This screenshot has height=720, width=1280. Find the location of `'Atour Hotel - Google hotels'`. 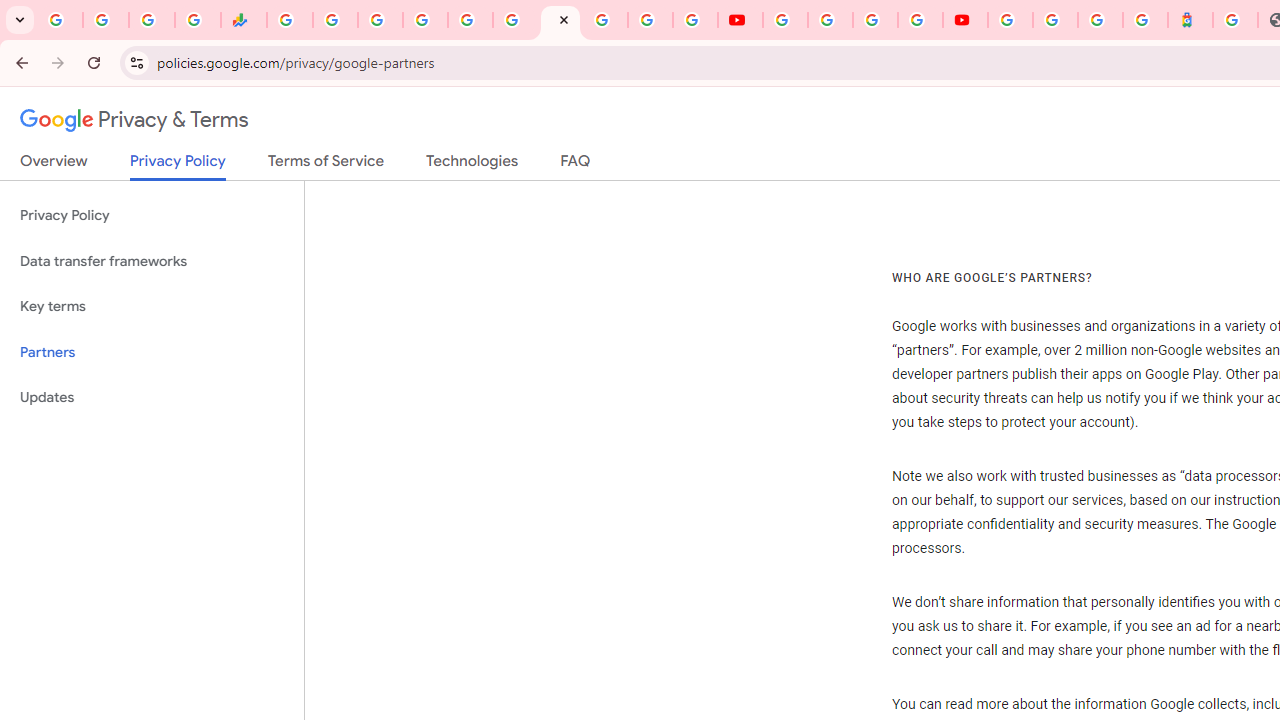

'Atour Hotel - Google hotels' is located at coordinates (1190, 20).